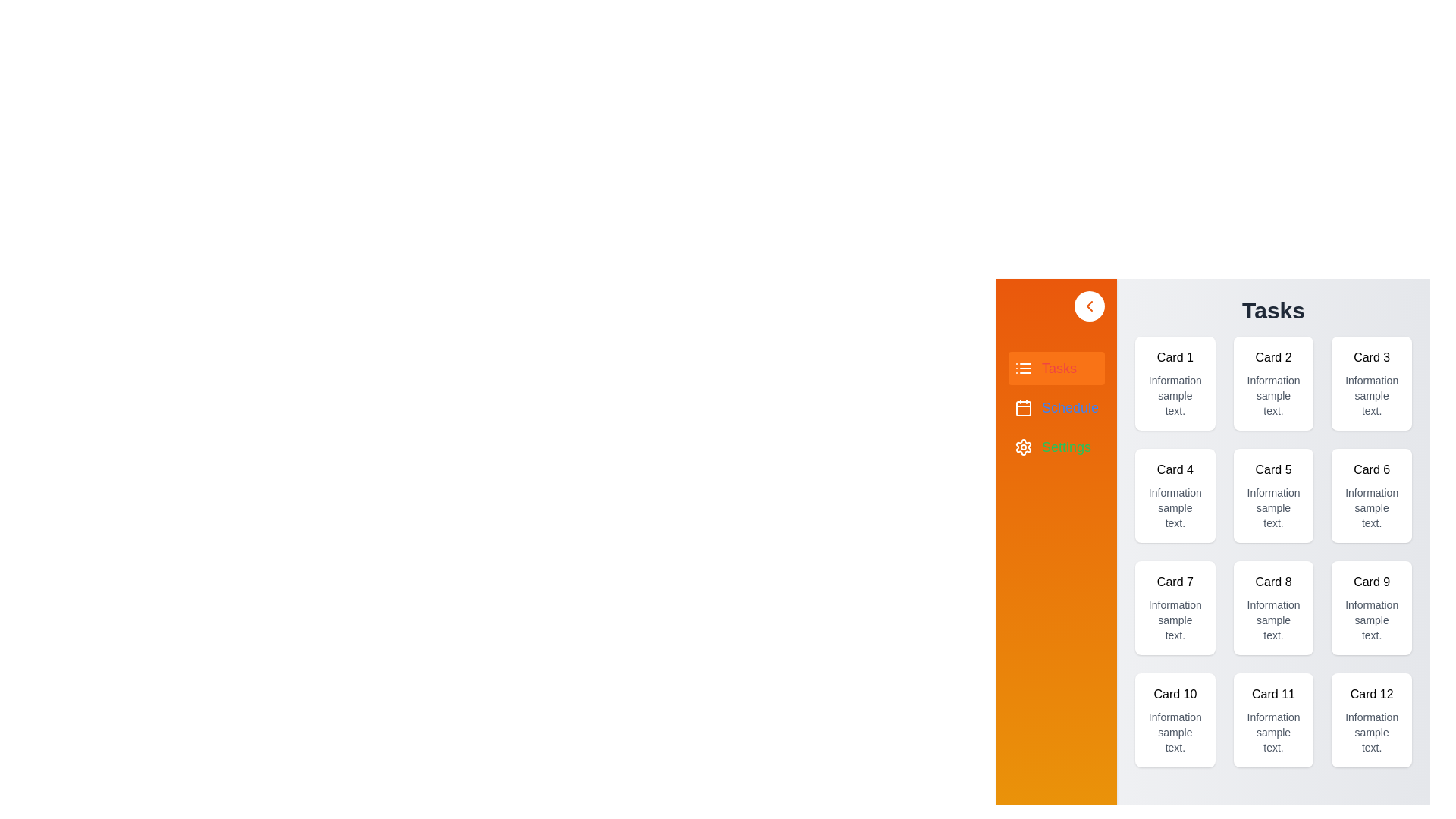 This screenshot has width=1456, height=819. I want to click on the Schedule section from the drawer, so click(1056, 406).